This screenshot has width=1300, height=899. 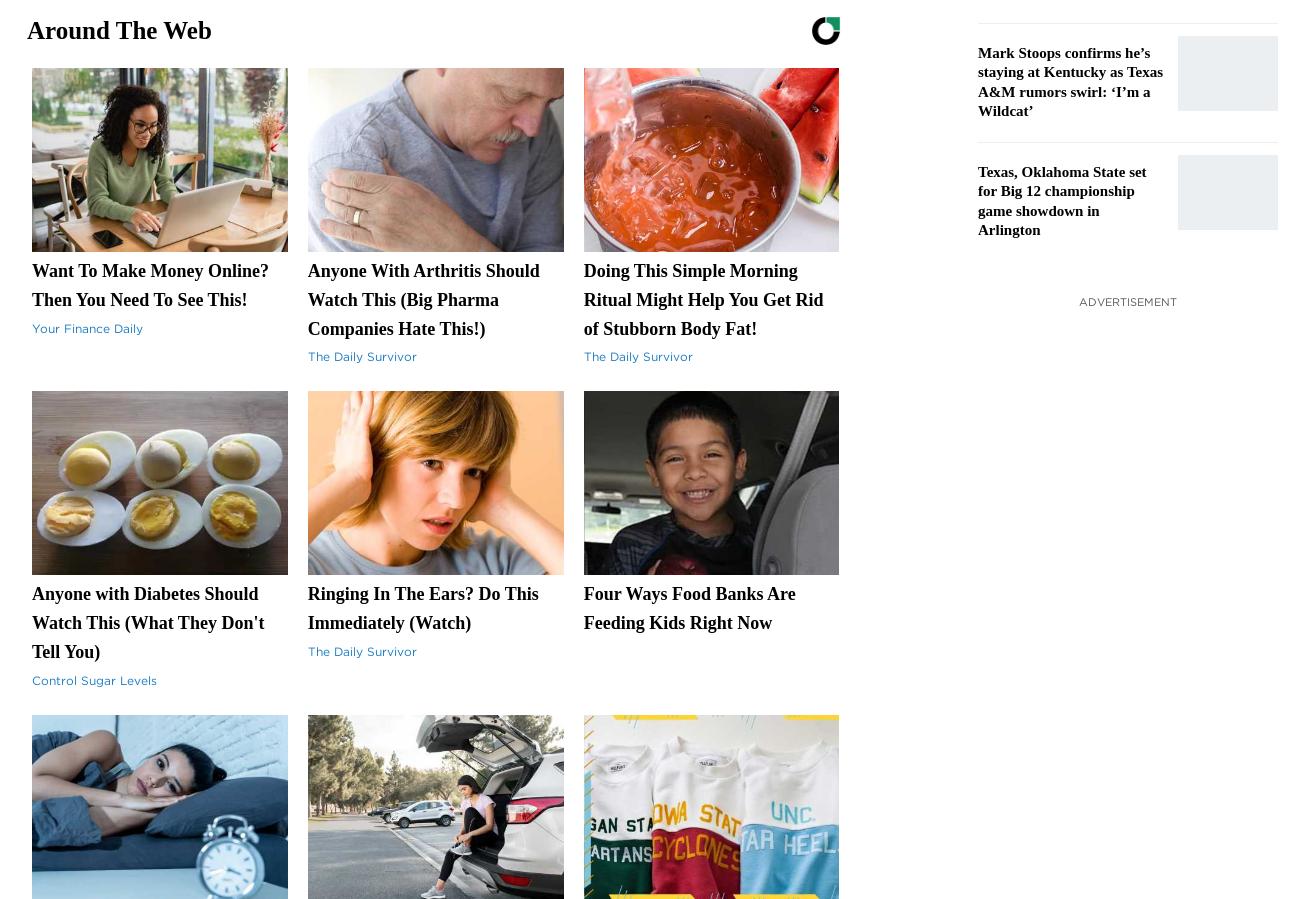 What do you see at coordinates (1070, 80) in the screenshot?
I see `'Mark Stoops confirms he’s staying at Kentucky as Texas A&M rumors swirl: ‘I’m a Wildcat’'` at bounding box center [1070, 80].